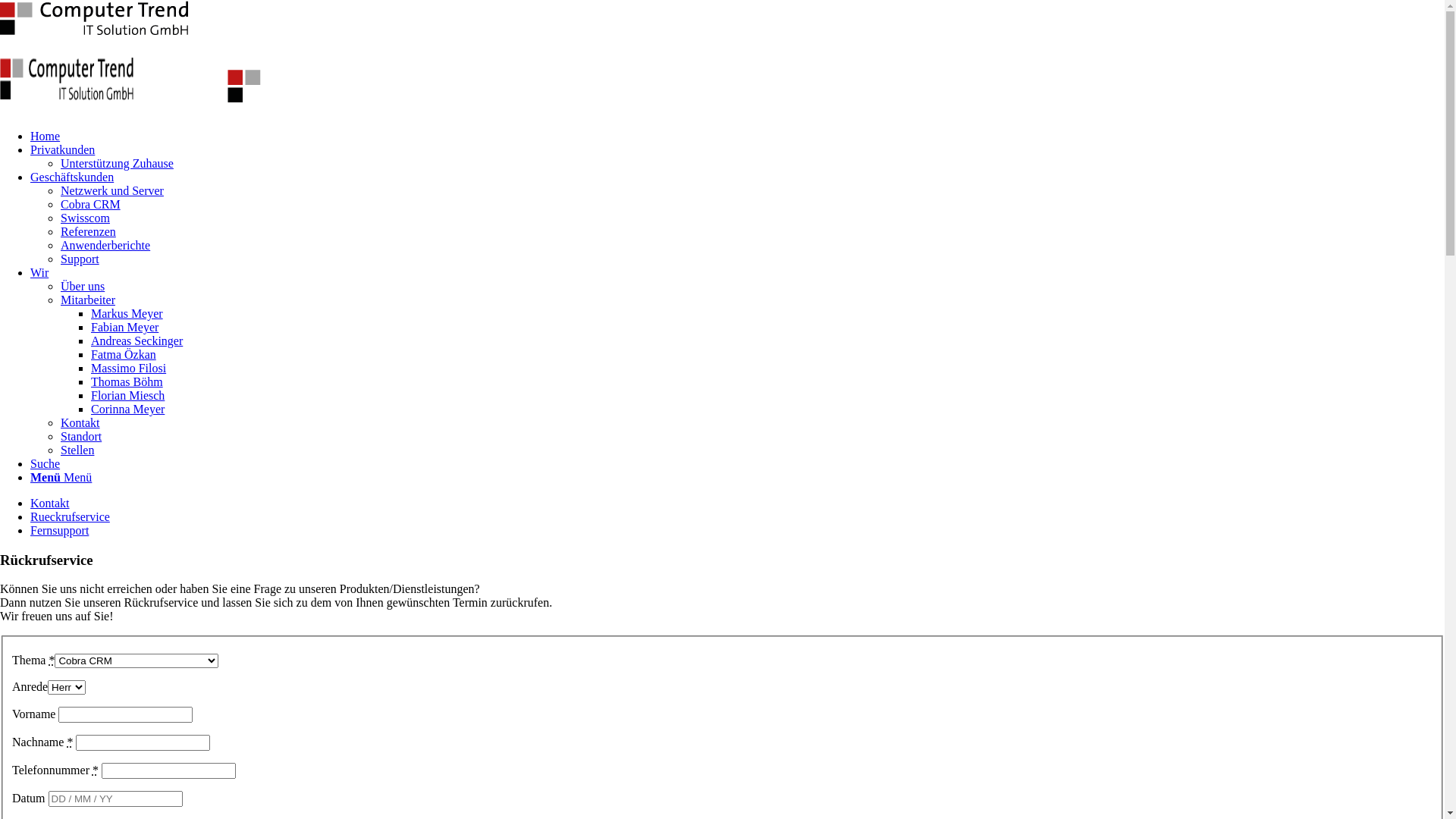  I want to click on 'Support', so click(79, 258).